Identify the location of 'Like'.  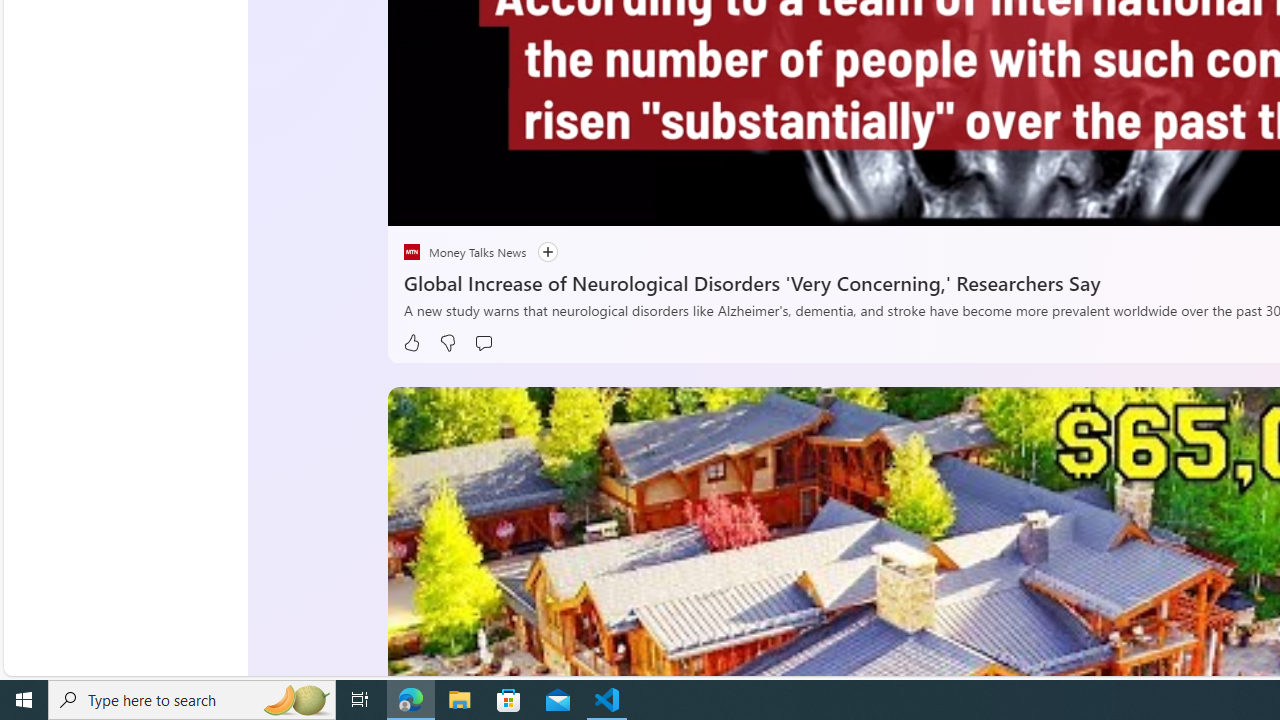
(411, 342).